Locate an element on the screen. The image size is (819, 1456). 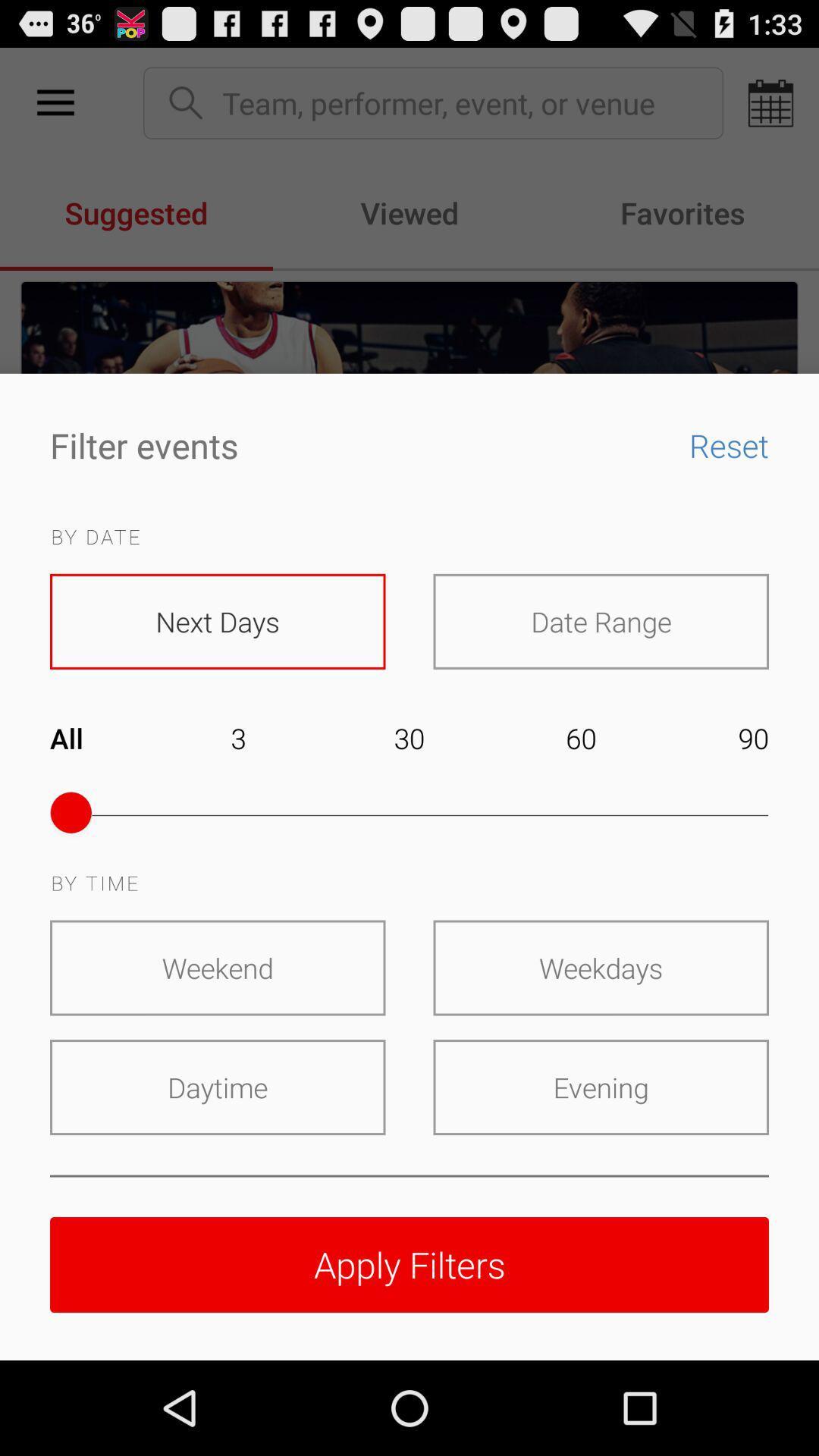
icon next to the evening is located at coordinates (218, 1087).